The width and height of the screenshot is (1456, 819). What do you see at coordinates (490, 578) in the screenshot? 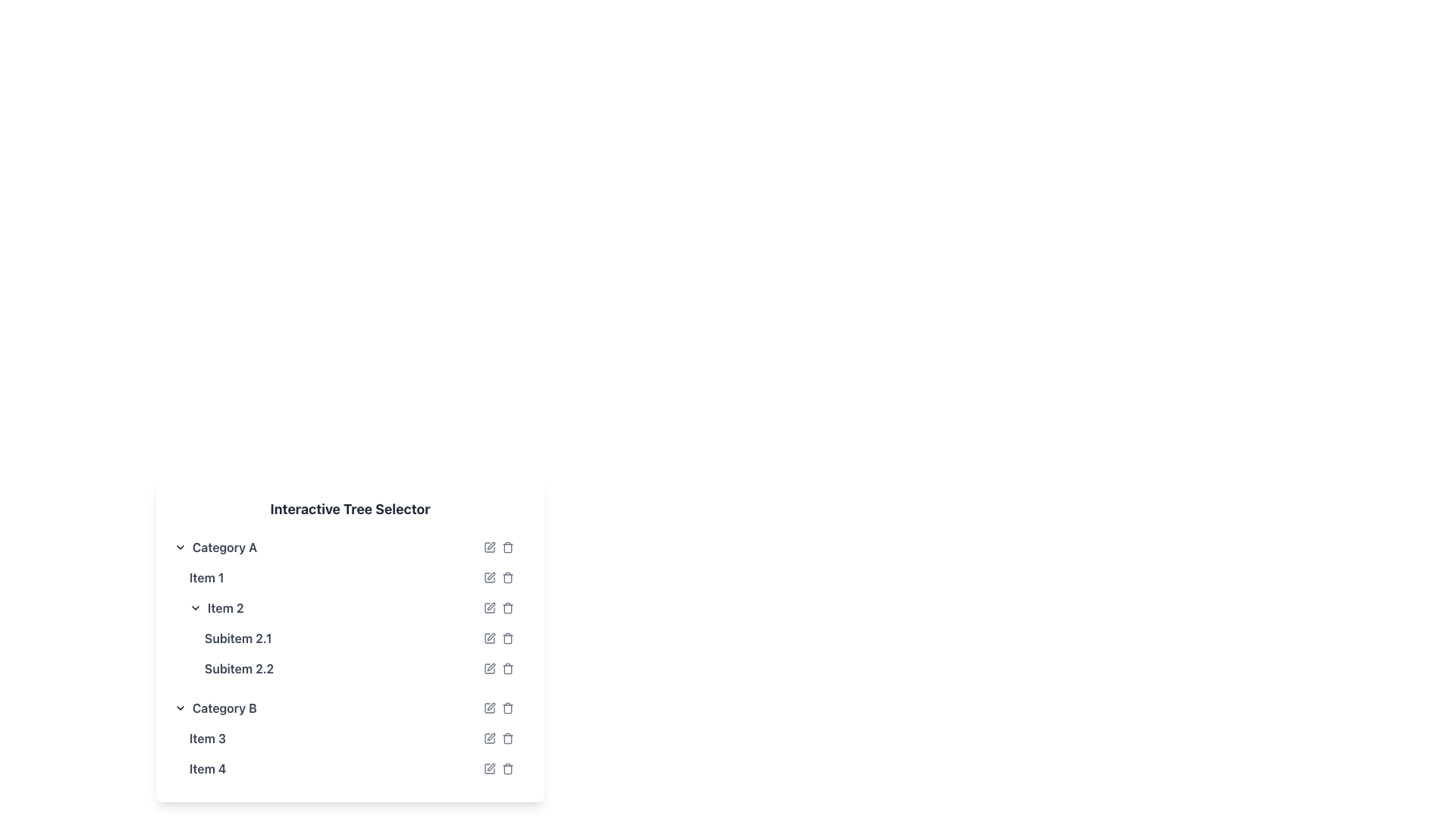
I see `the pencil icon in the interactive tree structure corresponding to 'Item 1' to observe the color change effect` at bounding box center [490, 578].